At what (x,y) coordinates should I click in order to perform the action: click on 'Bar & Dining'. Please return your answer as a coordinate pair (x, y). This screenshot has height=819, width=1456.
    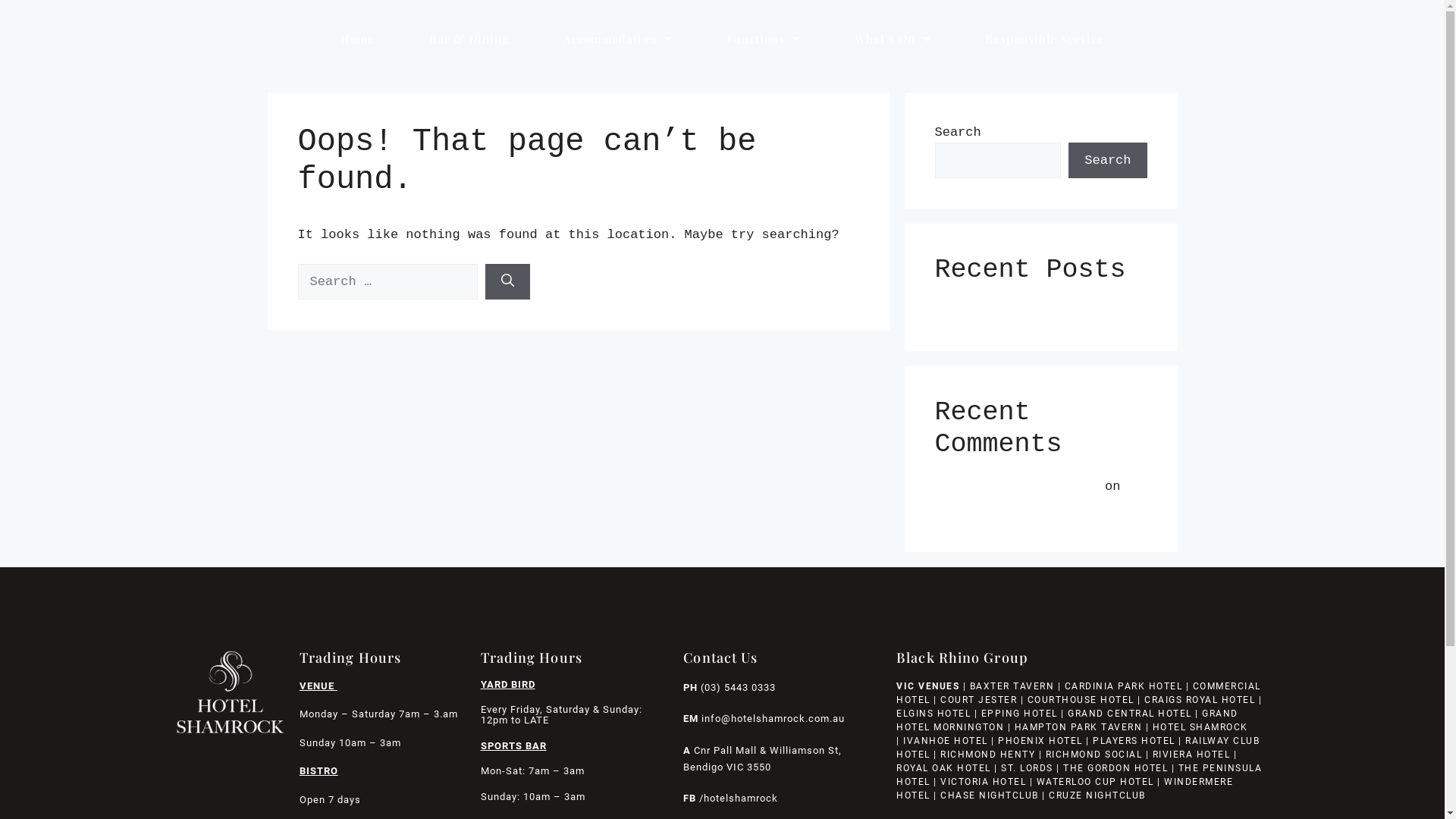
    Looking at the image, I should click on (468, 37).